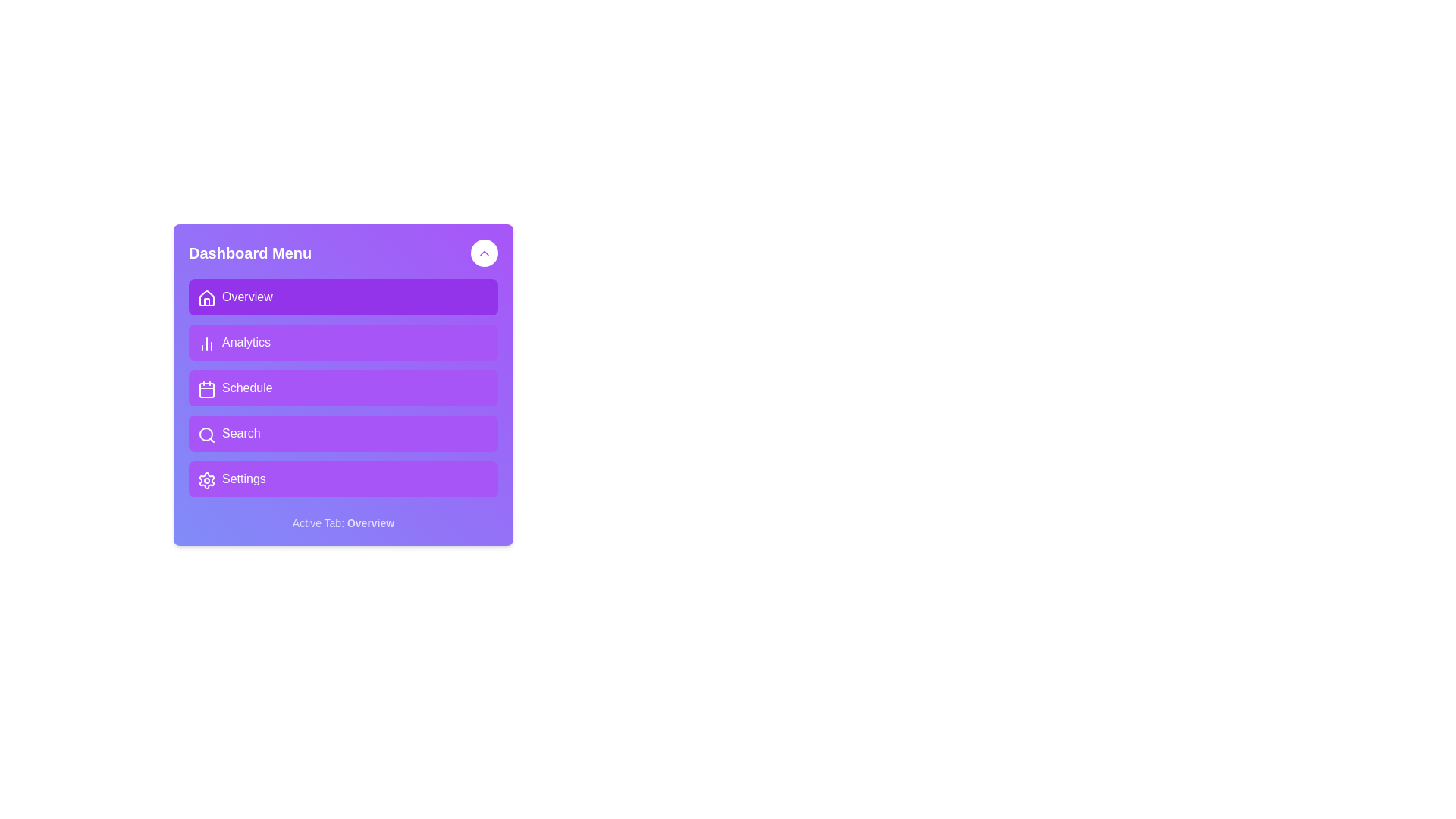 This screenshot has height=819, width=1456. What do you see at coordinates (204, 388) in the screenshot?
I see `the small square icon with a purple background that contains a calendar graphic, located on the left side of the 'Schedule' menu item` at bounding box center [204, 388].